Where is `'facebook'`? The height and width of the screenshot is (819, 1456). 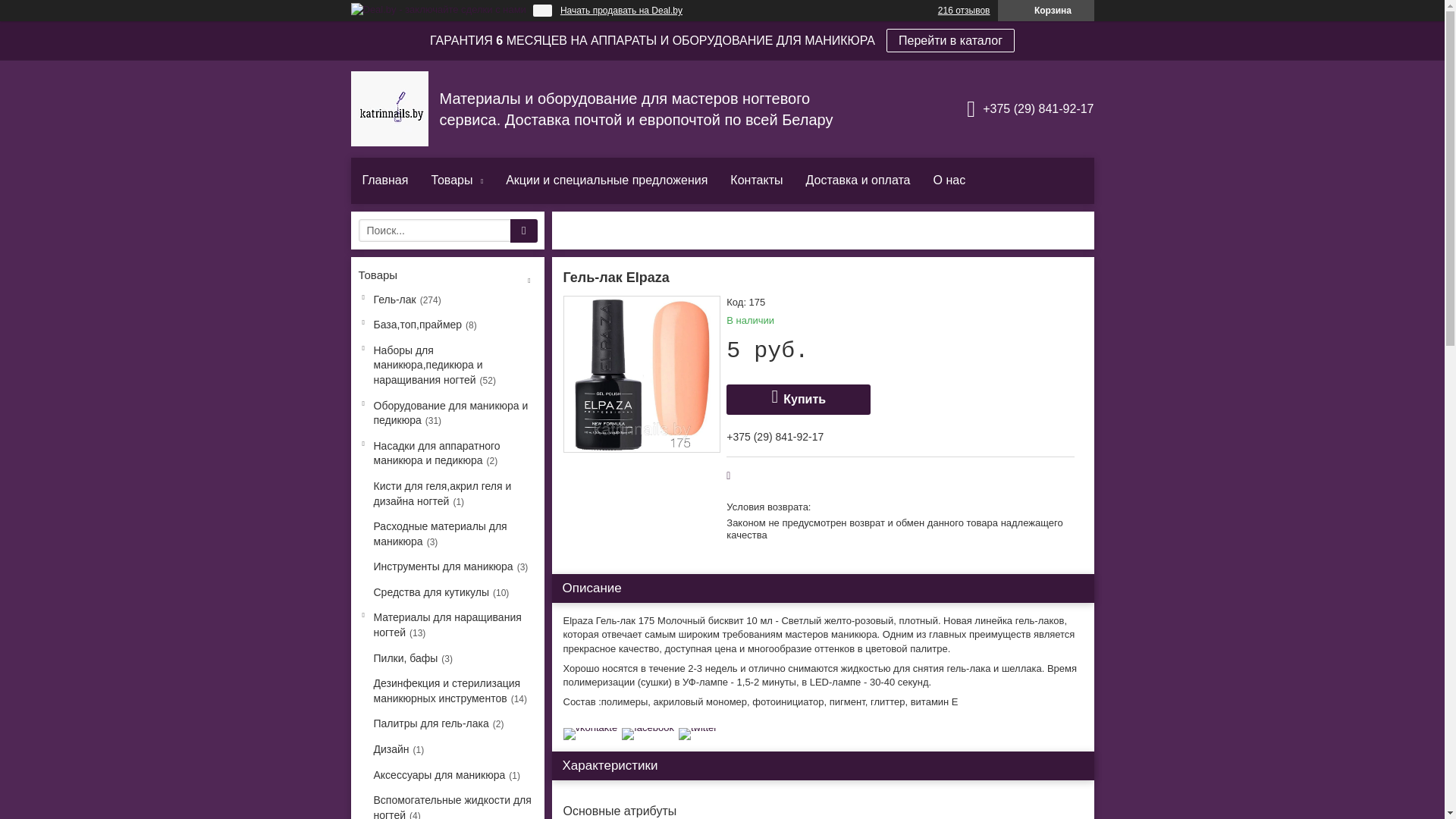
'facebook' is located at coordinates (622, 726).